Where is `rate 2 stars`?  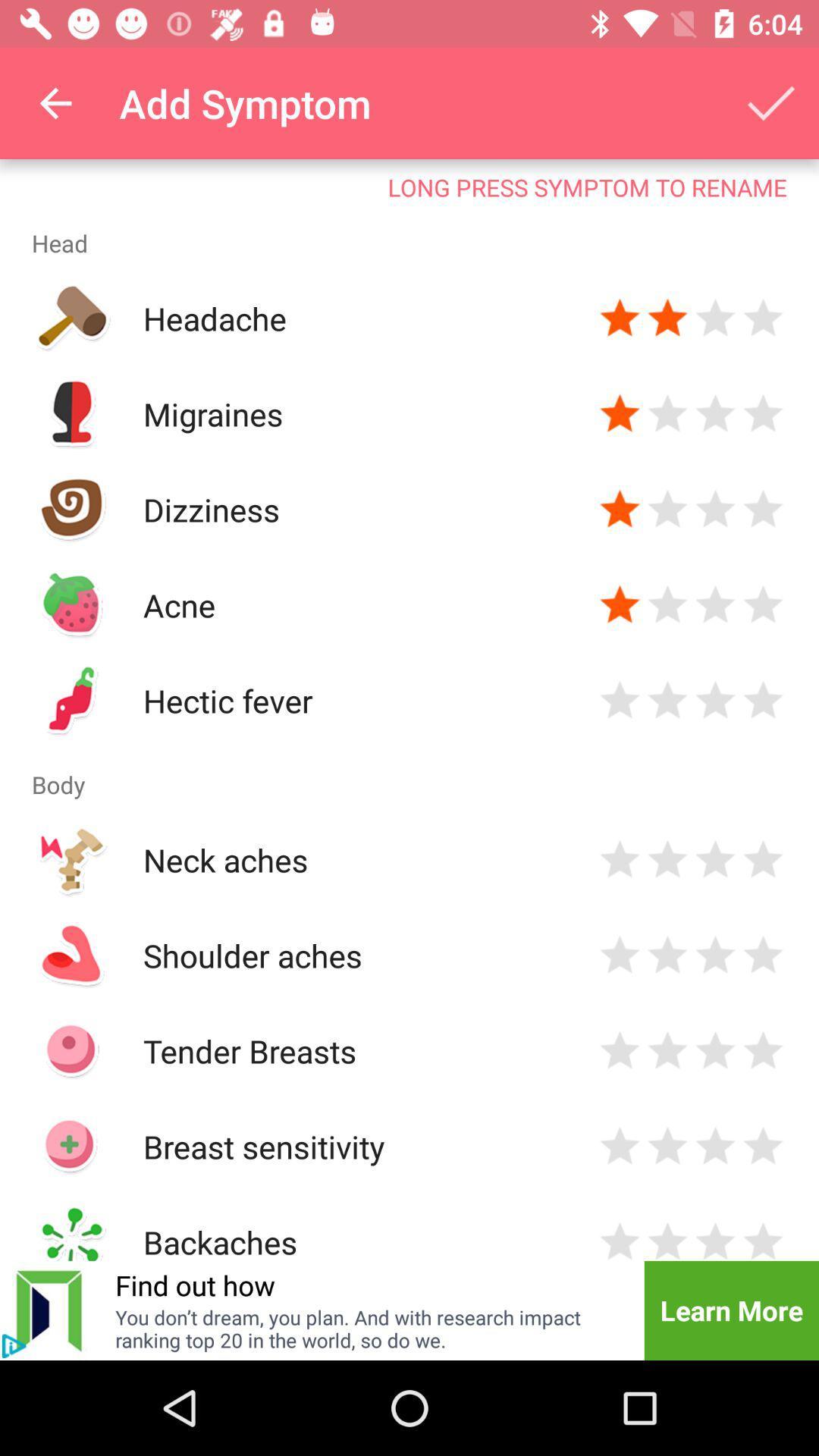 rate 2 stars is located at coordinates (667, 700).